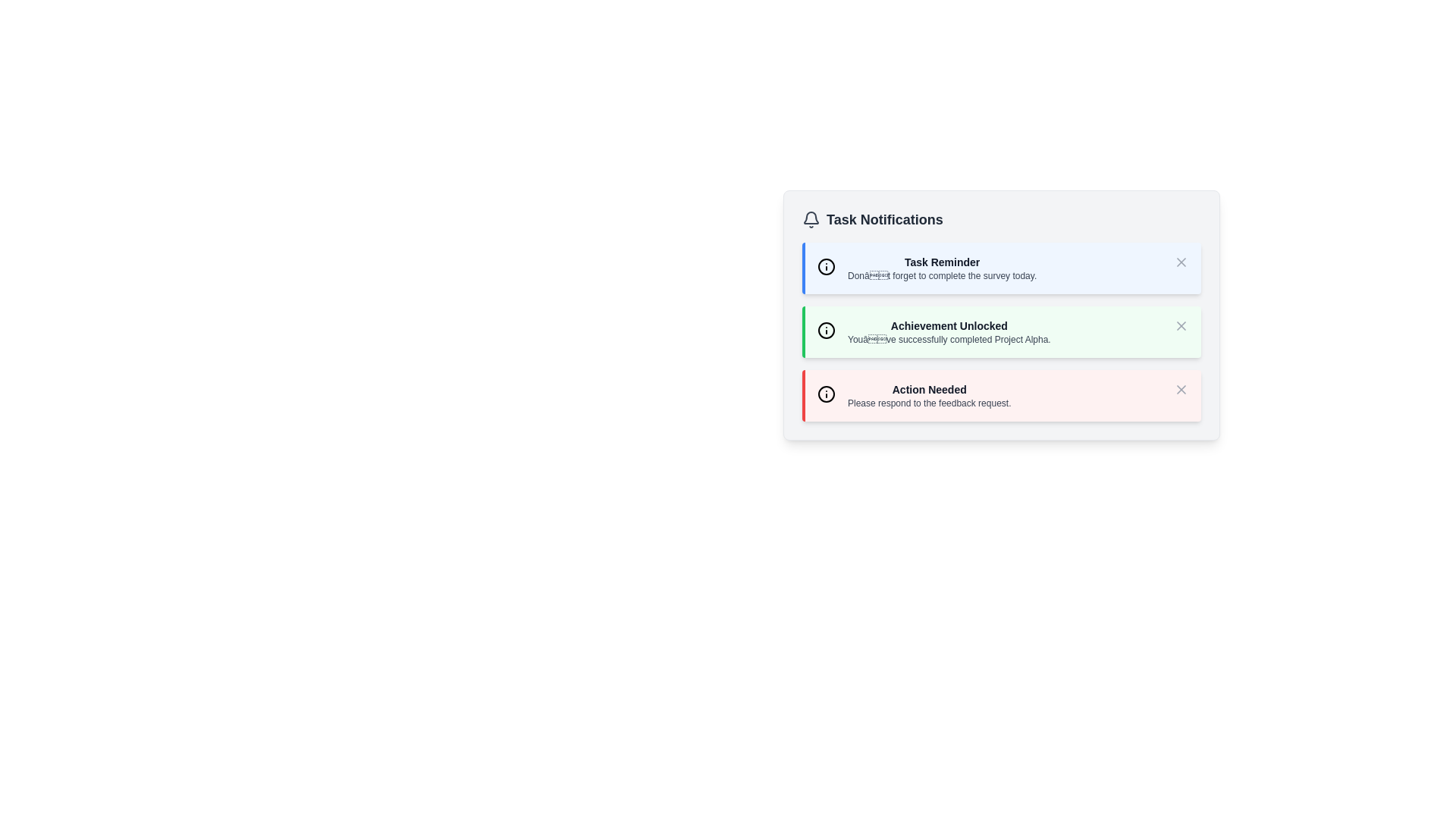  Describe the element at coordinates (825, 329) in the screenshot. I see `the decorative informational icon located in the center of the green-highlighted notification box titled 'Achievement Unlocked'` at that location.